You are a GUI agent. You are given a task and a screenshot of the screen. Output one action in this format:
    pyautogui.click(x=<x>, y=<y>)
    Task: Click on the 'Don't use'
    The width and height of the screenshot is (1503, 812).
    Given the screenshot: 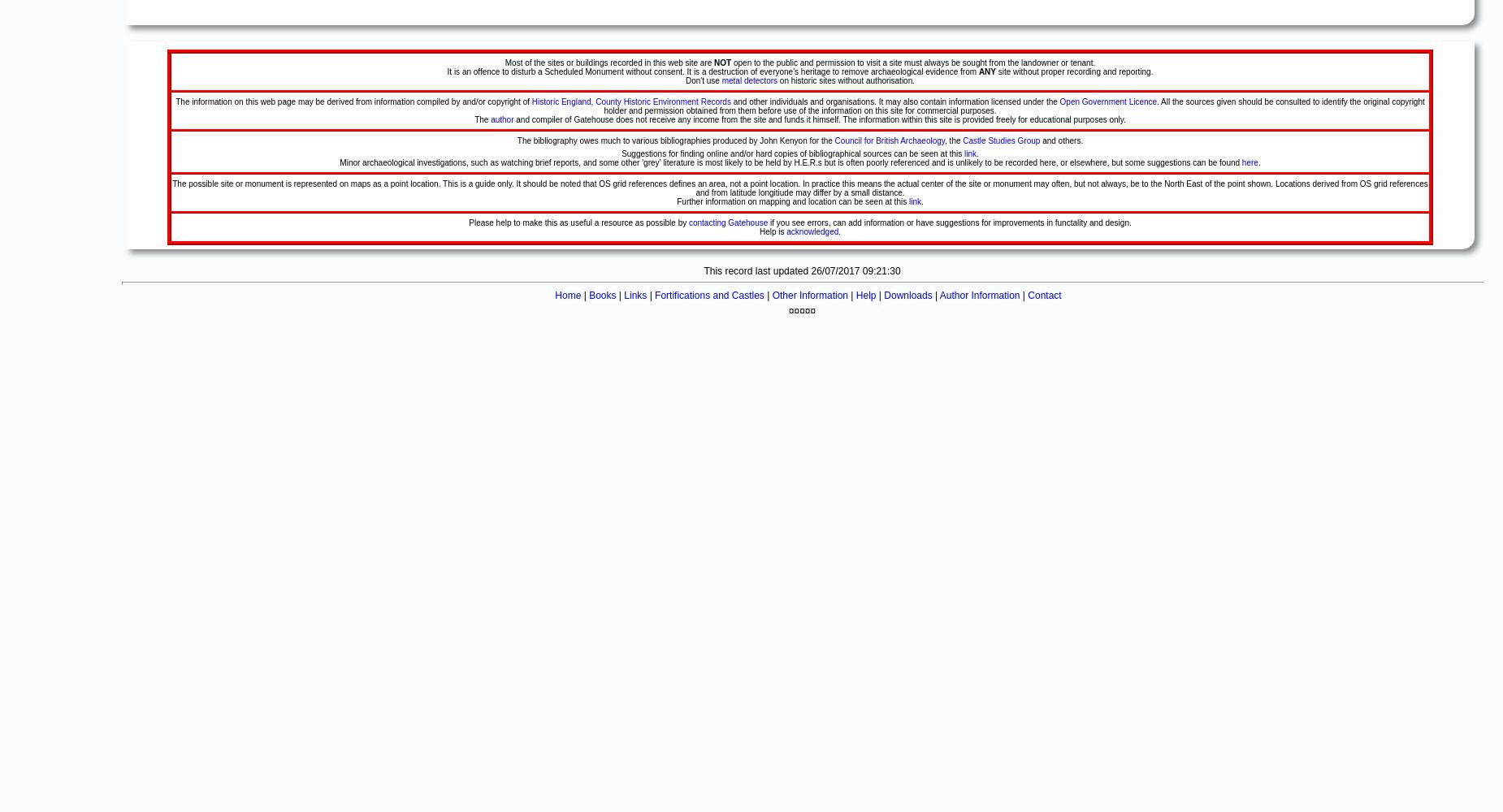 What is the action you would take?
    pyautogui.click(x=703, y=80)
    